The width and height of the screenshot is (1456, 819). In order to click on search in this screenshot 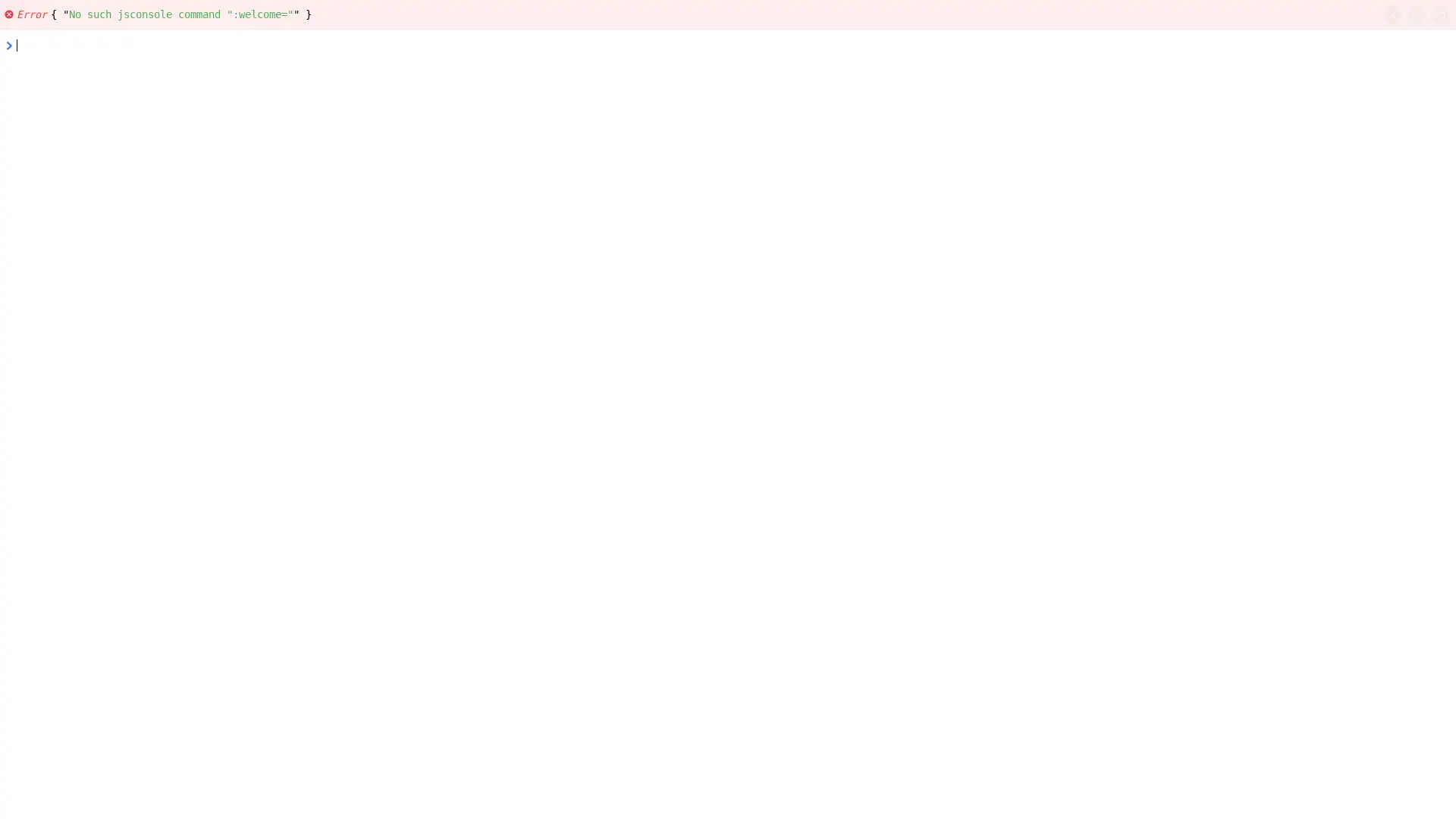, I will do `click(1392, 14)`.